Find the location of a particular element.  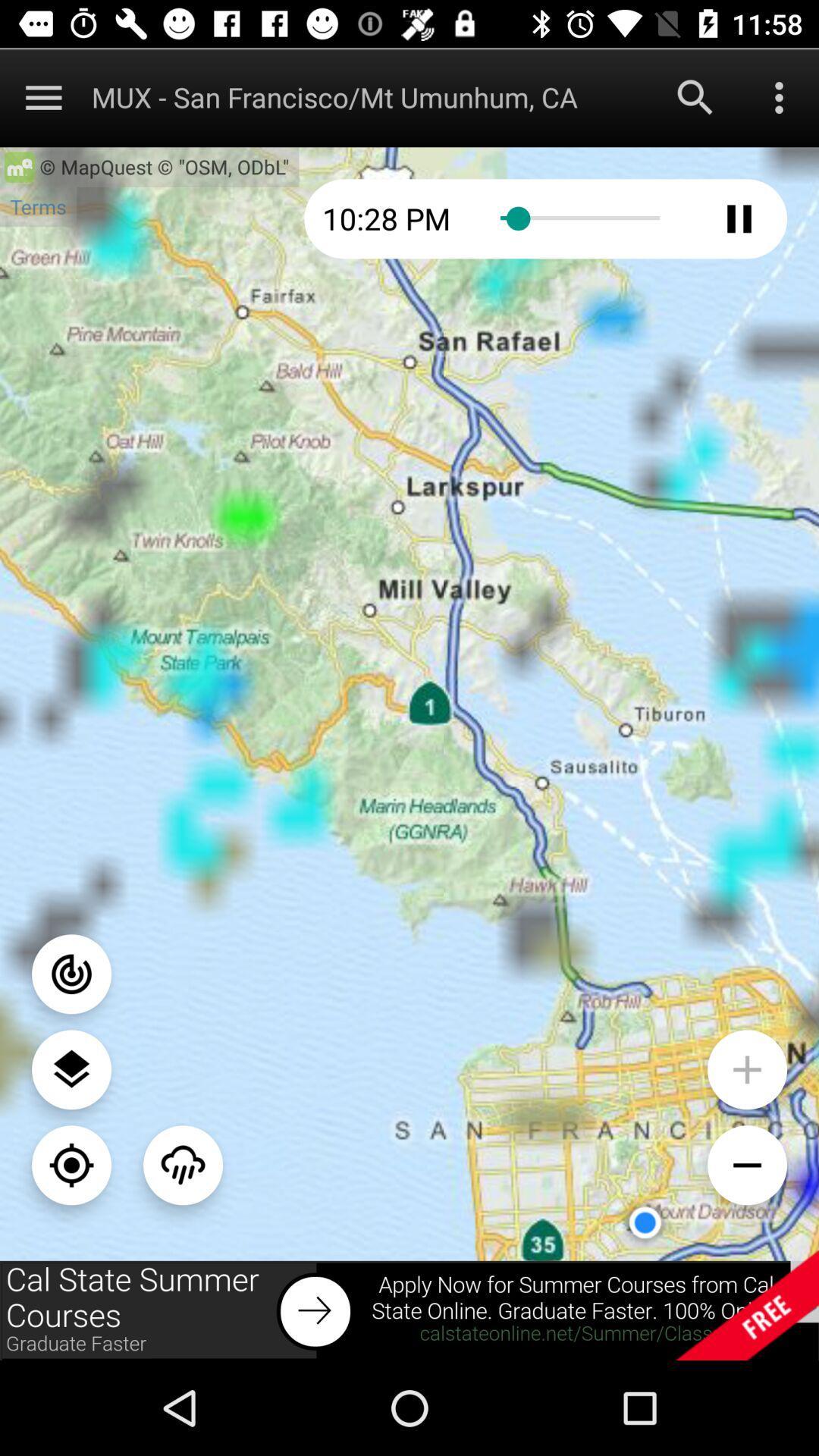

the layers icon is located at coordinates (71, 1068).